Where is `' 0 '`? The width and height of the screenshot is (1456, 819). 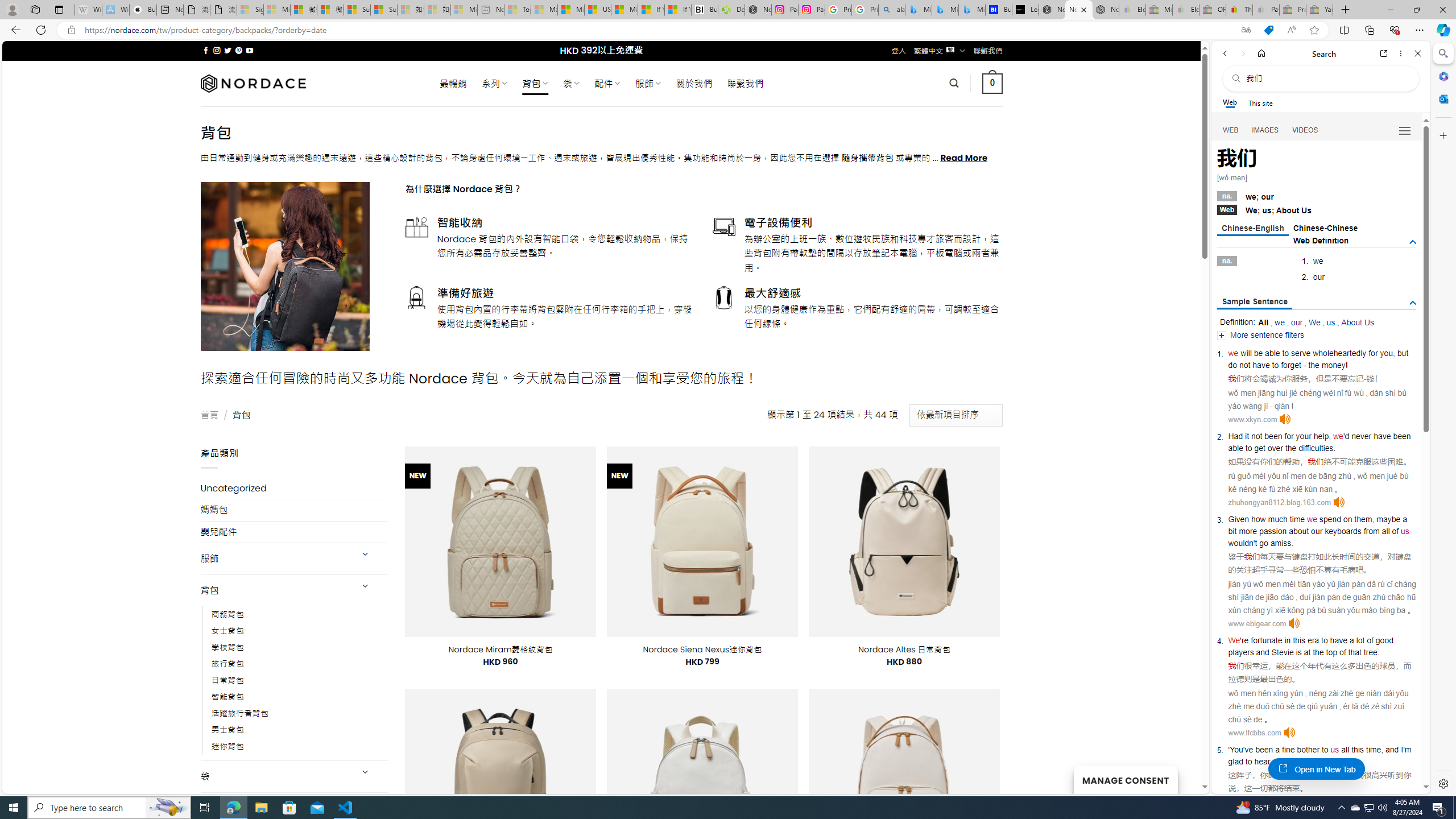 ' 0 ' is located at coordinates (992, 82).